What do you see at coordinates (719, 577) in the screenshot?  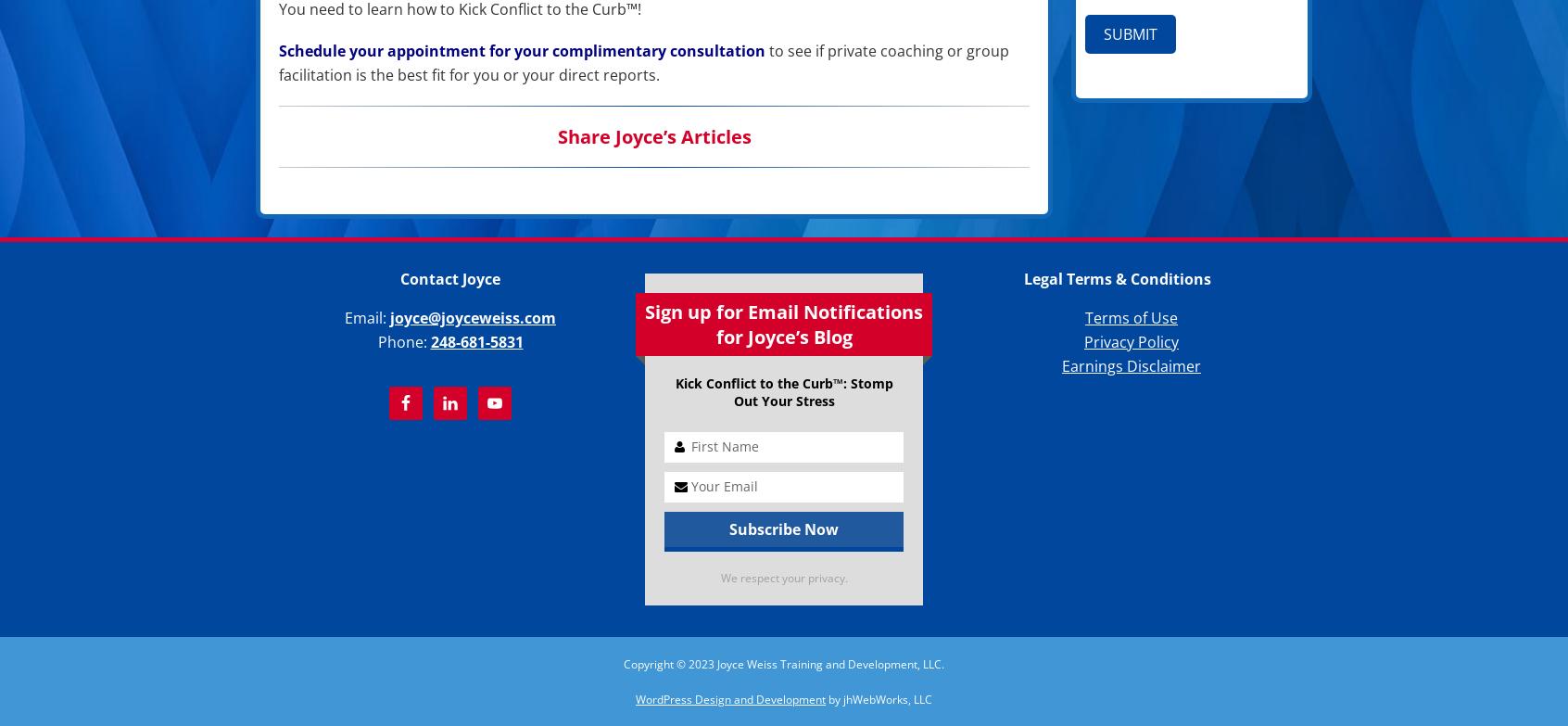 I see `'We respect your privacy.'` at bounding box center [719, 577].